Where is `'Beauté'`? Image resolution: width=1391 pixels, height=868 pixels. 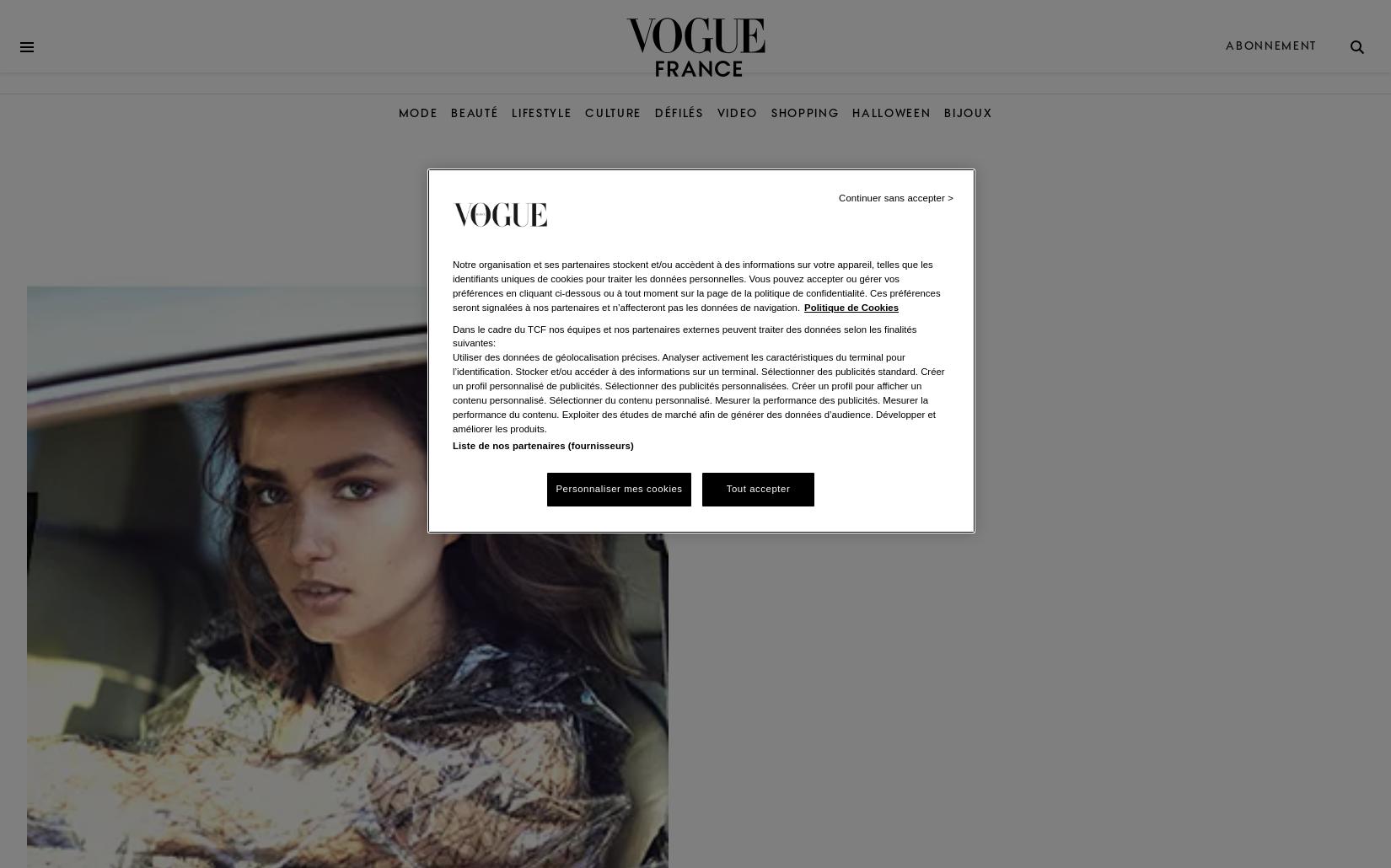 'Beauté' is located at coordinates (449, 112).